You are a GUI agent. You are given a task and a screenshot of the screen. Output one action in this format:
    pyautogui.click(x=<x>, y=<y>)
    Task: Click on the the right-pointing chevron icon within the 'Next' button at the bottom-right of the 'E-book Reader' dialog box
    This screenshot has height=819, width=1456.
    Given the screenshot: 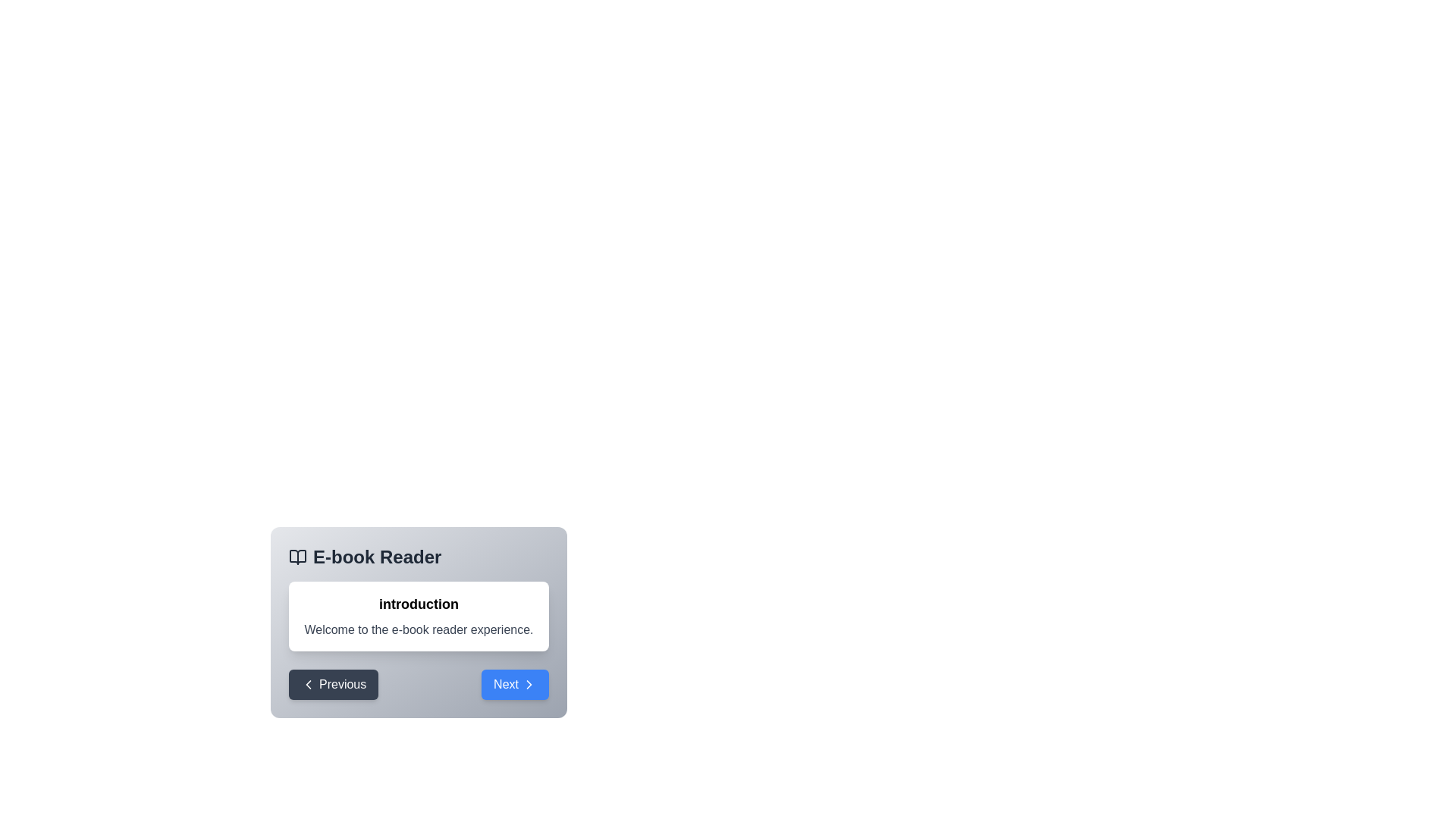 What is the action you would take?
    pyautogui.click(x=529, y=684)
    